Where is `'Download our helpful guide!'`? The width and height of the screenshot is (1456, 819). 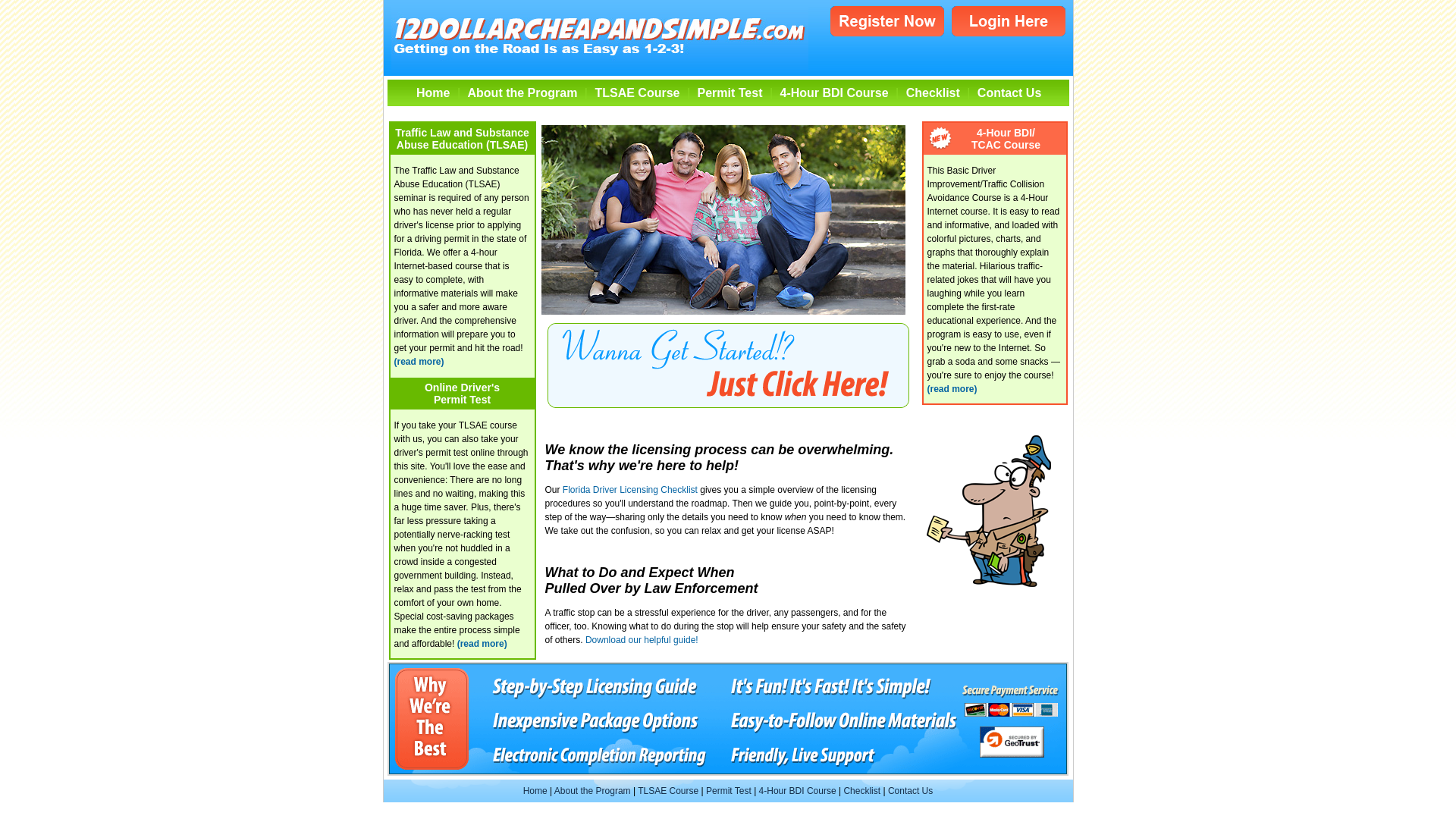 'Download our helpful guide!' is located at coordinates (585, 640).